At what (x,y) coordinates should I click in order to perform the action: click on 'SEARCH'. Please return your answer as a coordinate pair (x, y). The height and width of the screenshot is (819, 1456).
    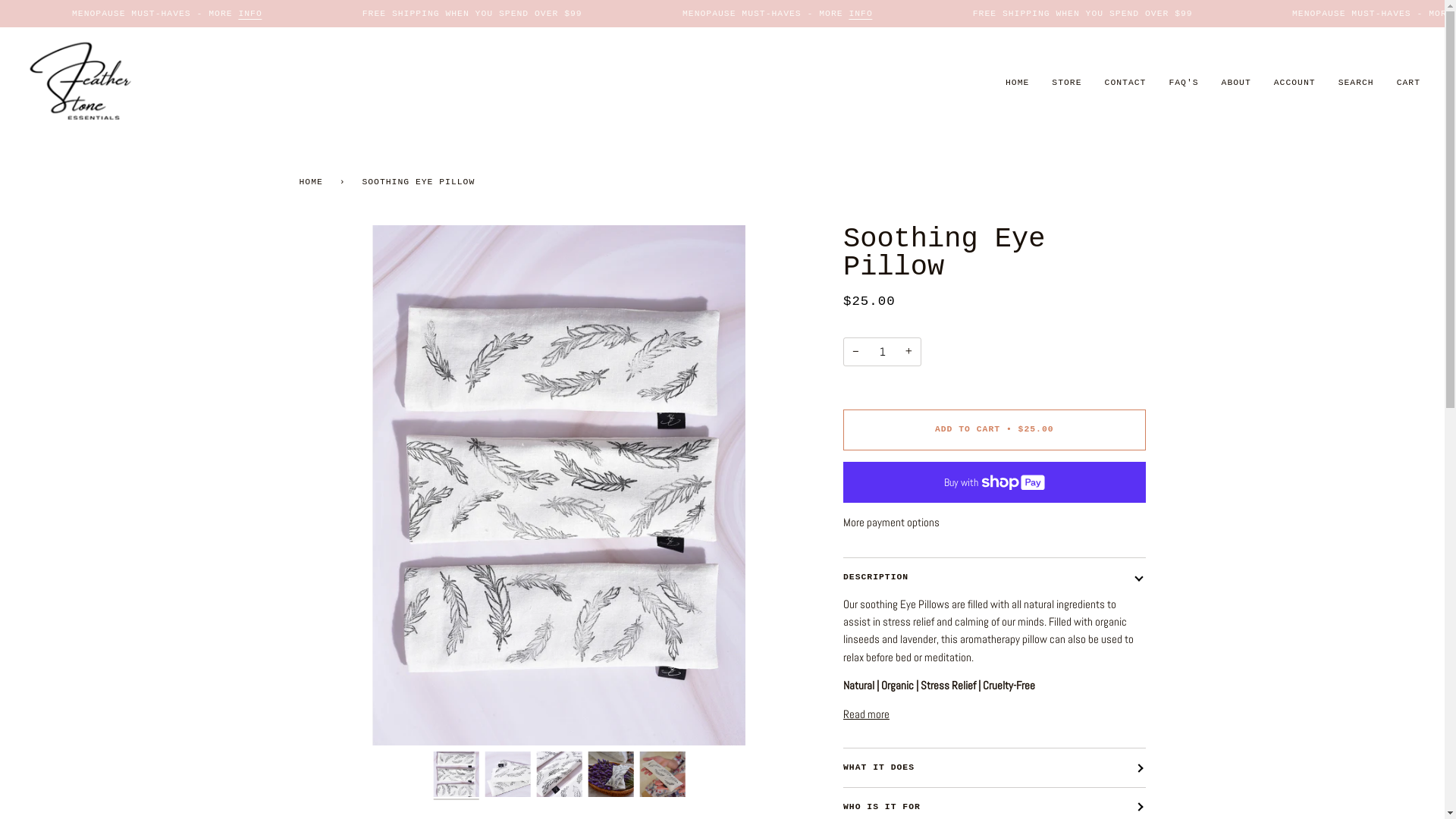
    Looking at the image, I should click on (1326, 82).